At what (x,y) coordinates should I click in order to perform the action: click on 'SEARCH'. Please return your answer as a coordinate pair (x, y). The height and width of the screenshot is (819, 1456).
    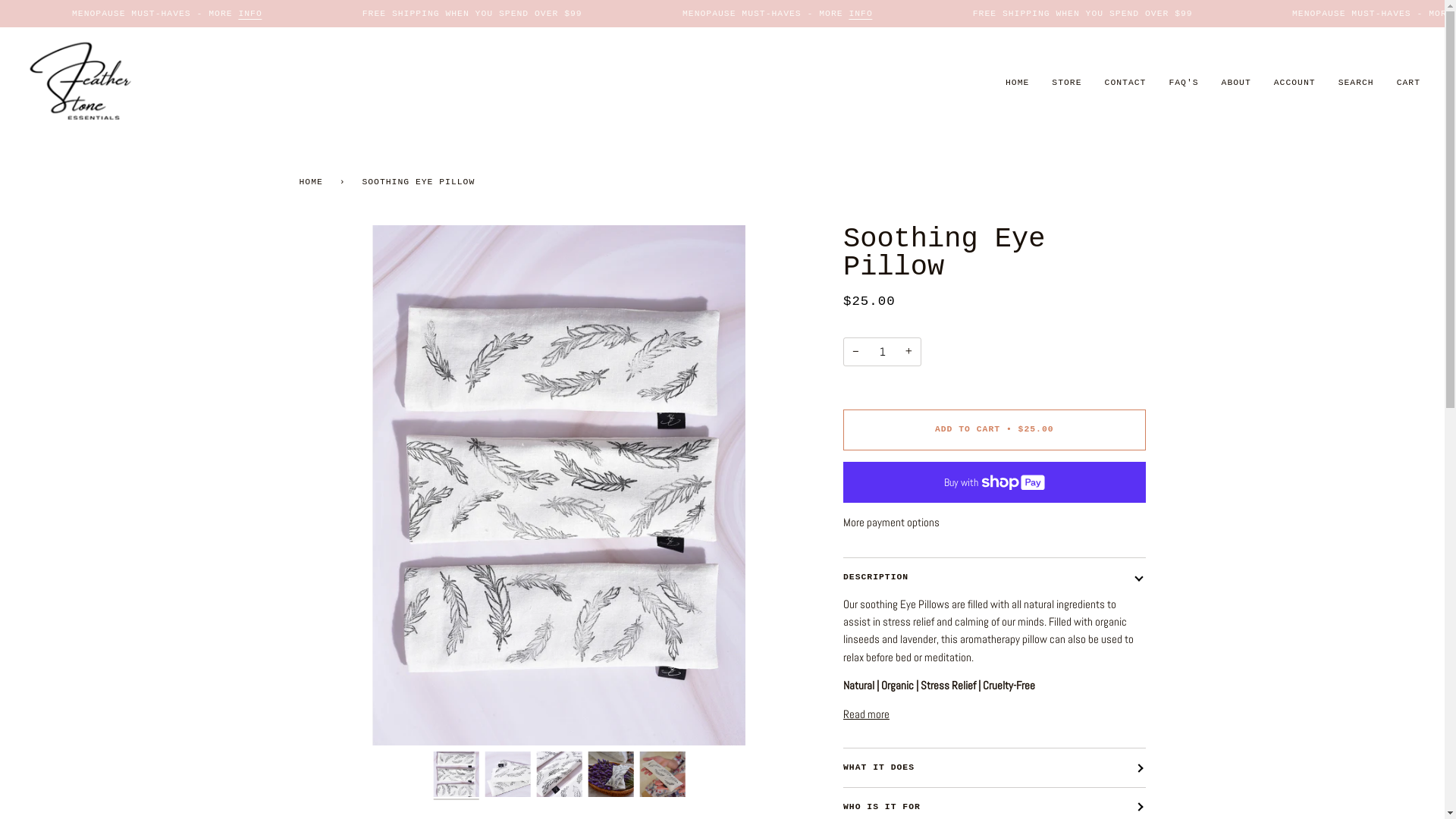
    Looking at the image, I should click on (1326, 82).